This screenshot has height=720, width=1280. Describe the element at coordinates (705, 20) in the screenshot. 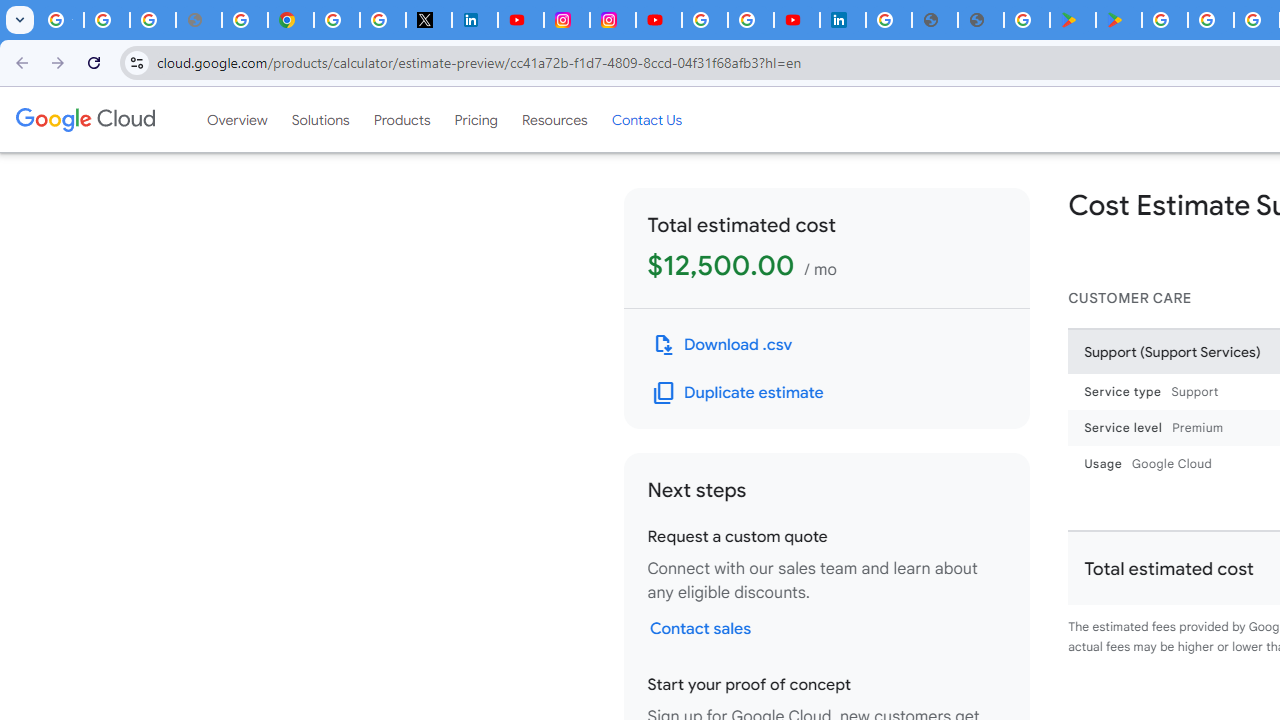

I see `'Sign in - Google Accounts'` at that location.